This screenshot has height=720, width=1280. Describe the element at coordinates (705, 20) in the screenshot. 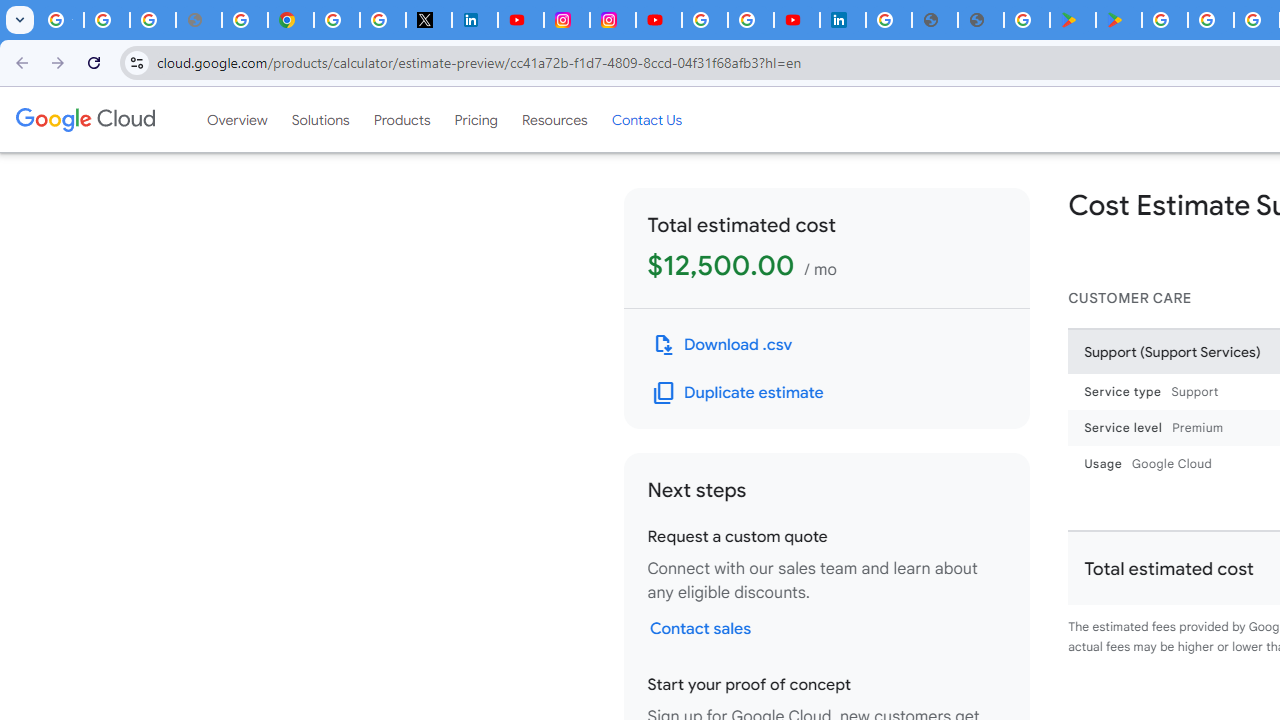

I see `'Sign in - Google Accounts'` at that location.